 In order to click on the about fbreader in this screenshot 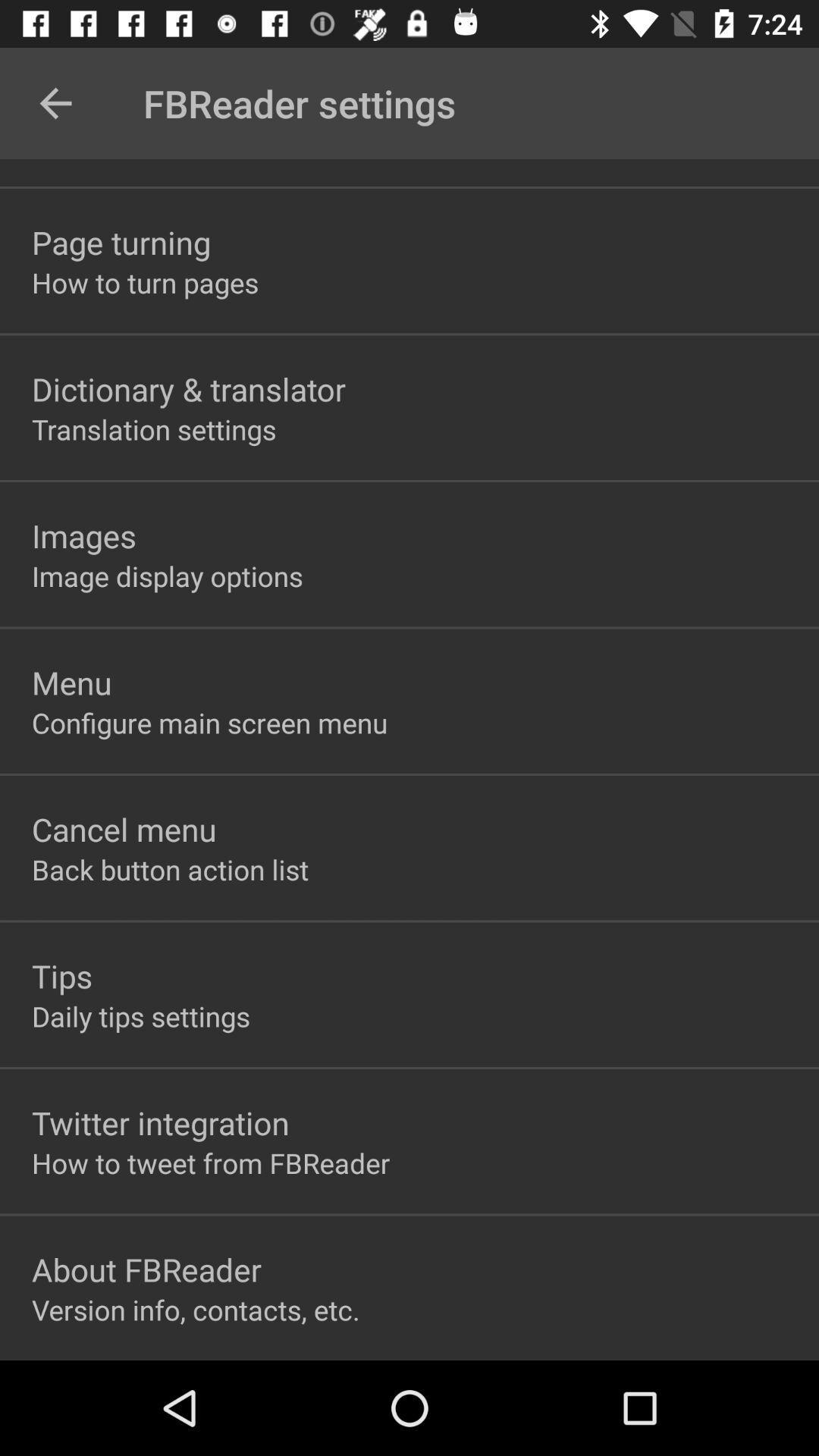, I will do `click(146, 1269)`.